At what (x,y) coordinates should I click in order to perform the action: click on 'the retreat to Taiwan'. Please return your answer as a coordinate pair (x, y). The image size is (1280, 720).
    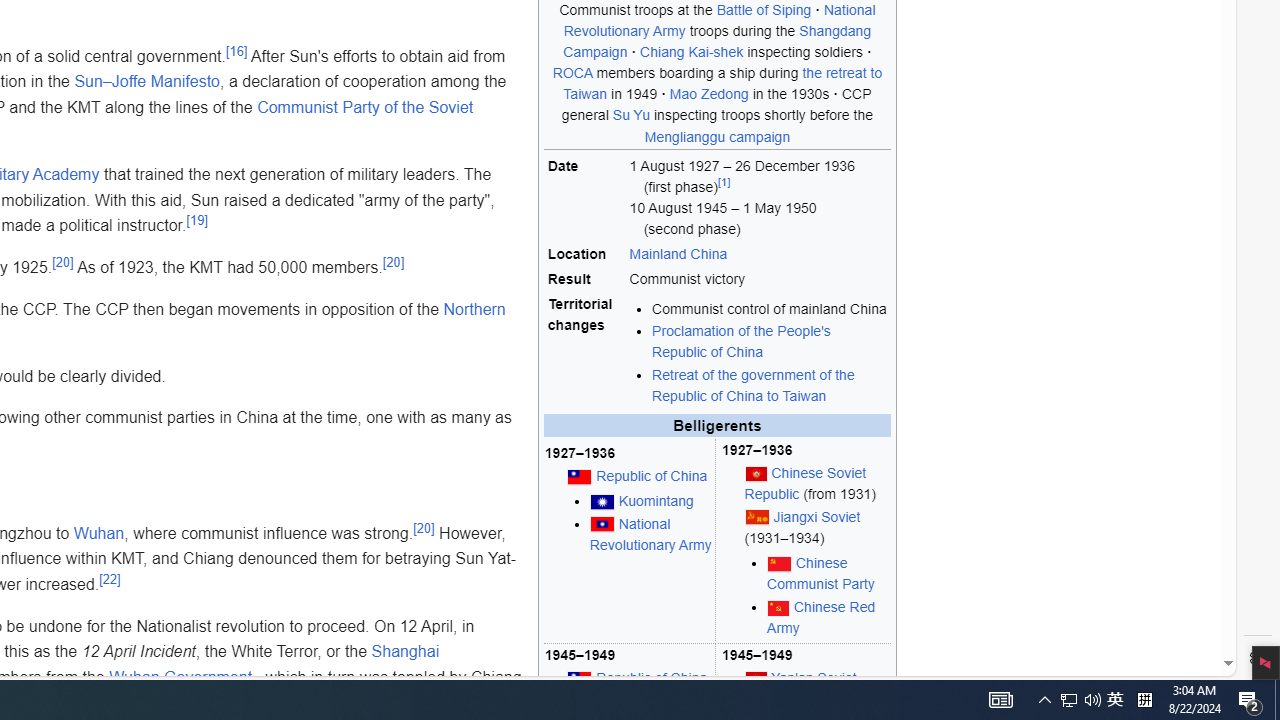
    Looking at the image, I should click on (722, 82).